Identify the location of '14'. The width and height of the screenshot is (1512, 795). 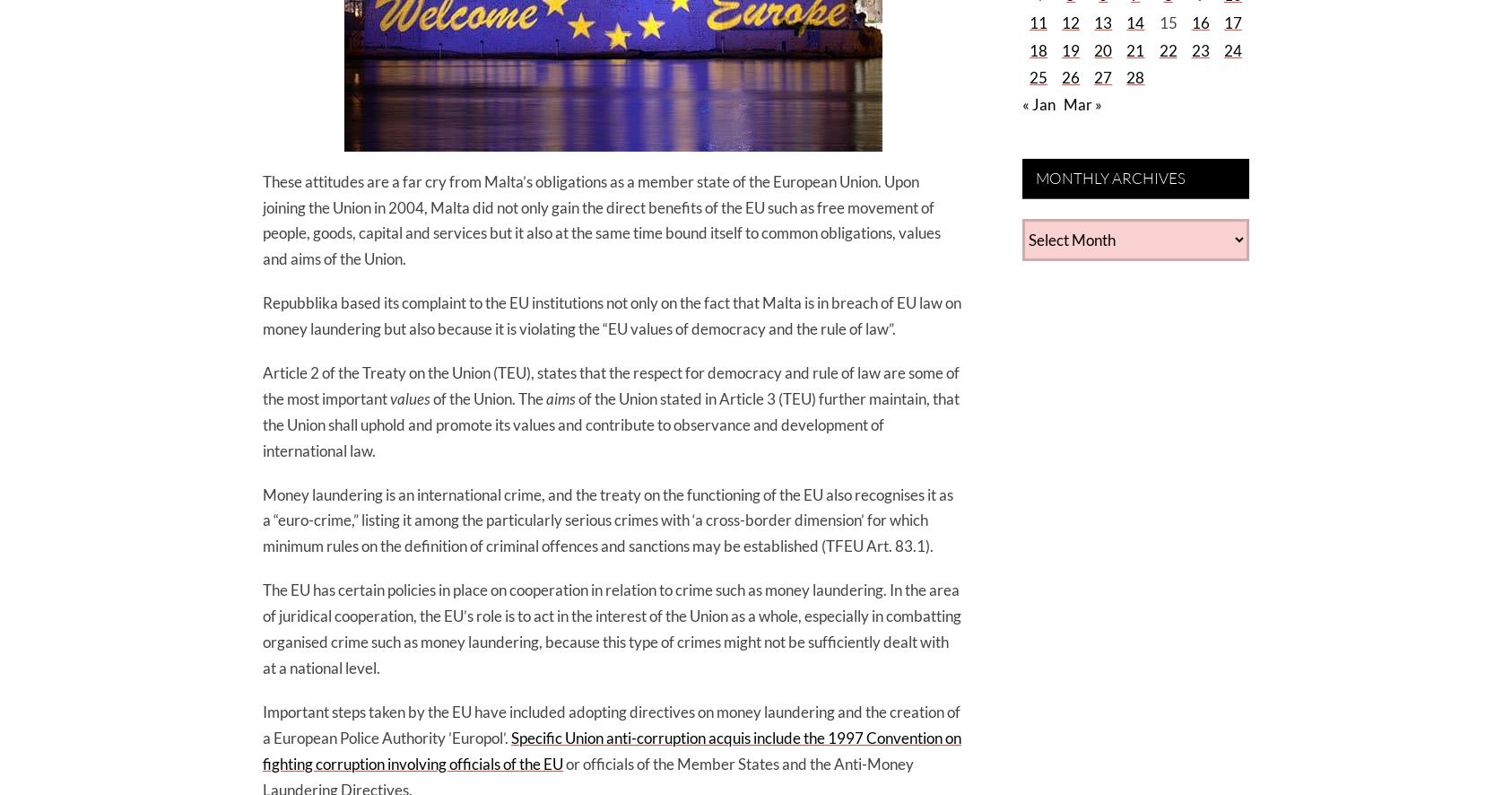
(1125, 22).